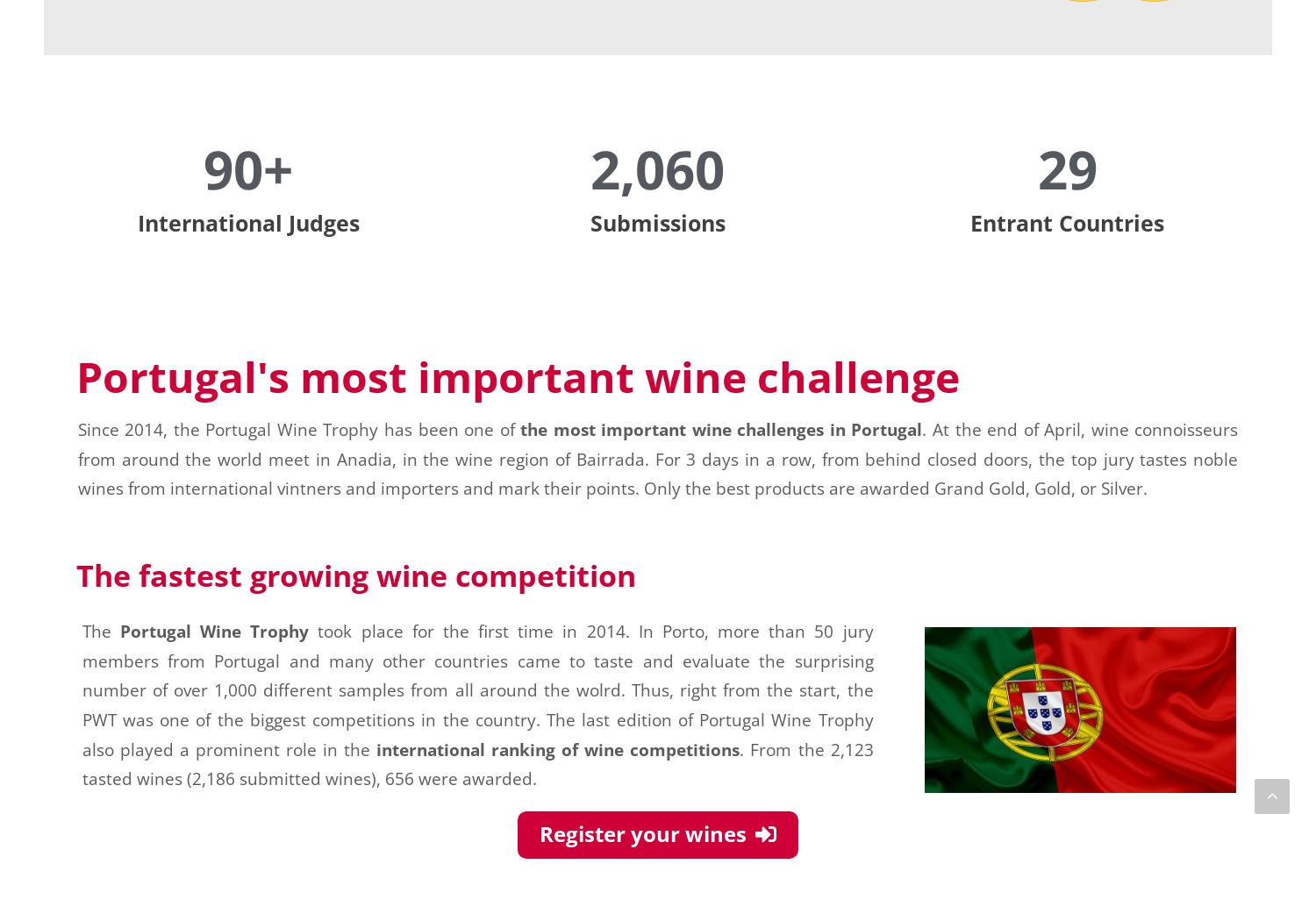  I want to click on 'Entrant Countries', so click(969, 222).